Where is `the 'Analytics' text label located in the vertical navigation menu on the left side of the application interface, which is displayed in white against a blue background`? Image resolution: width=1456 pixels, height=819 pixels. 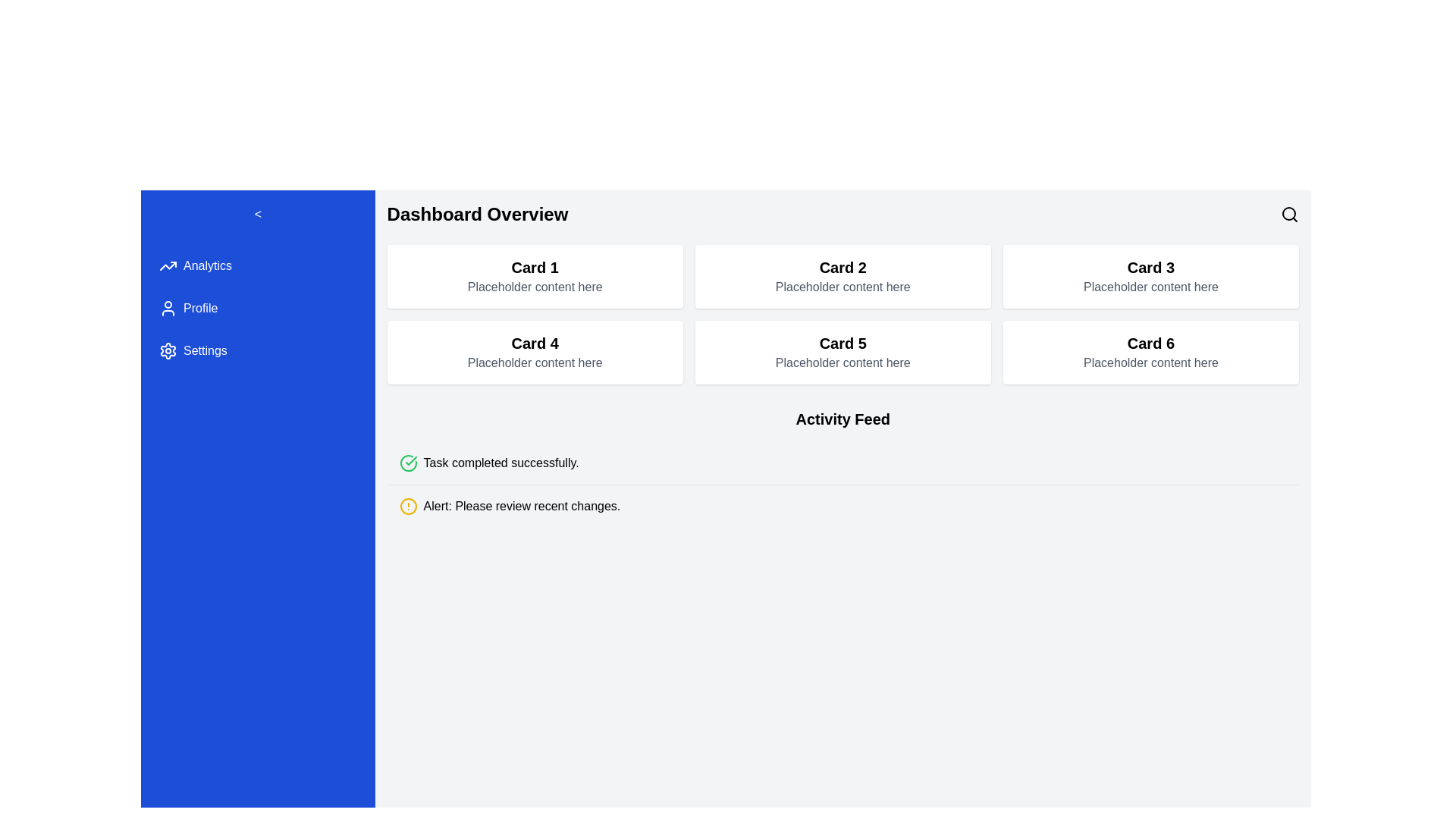
the 'Analytics' text label located in the vertical navigation menu on the left side of the application interface, which is displayed in white against a blue background is located at coordinates (206, 265).